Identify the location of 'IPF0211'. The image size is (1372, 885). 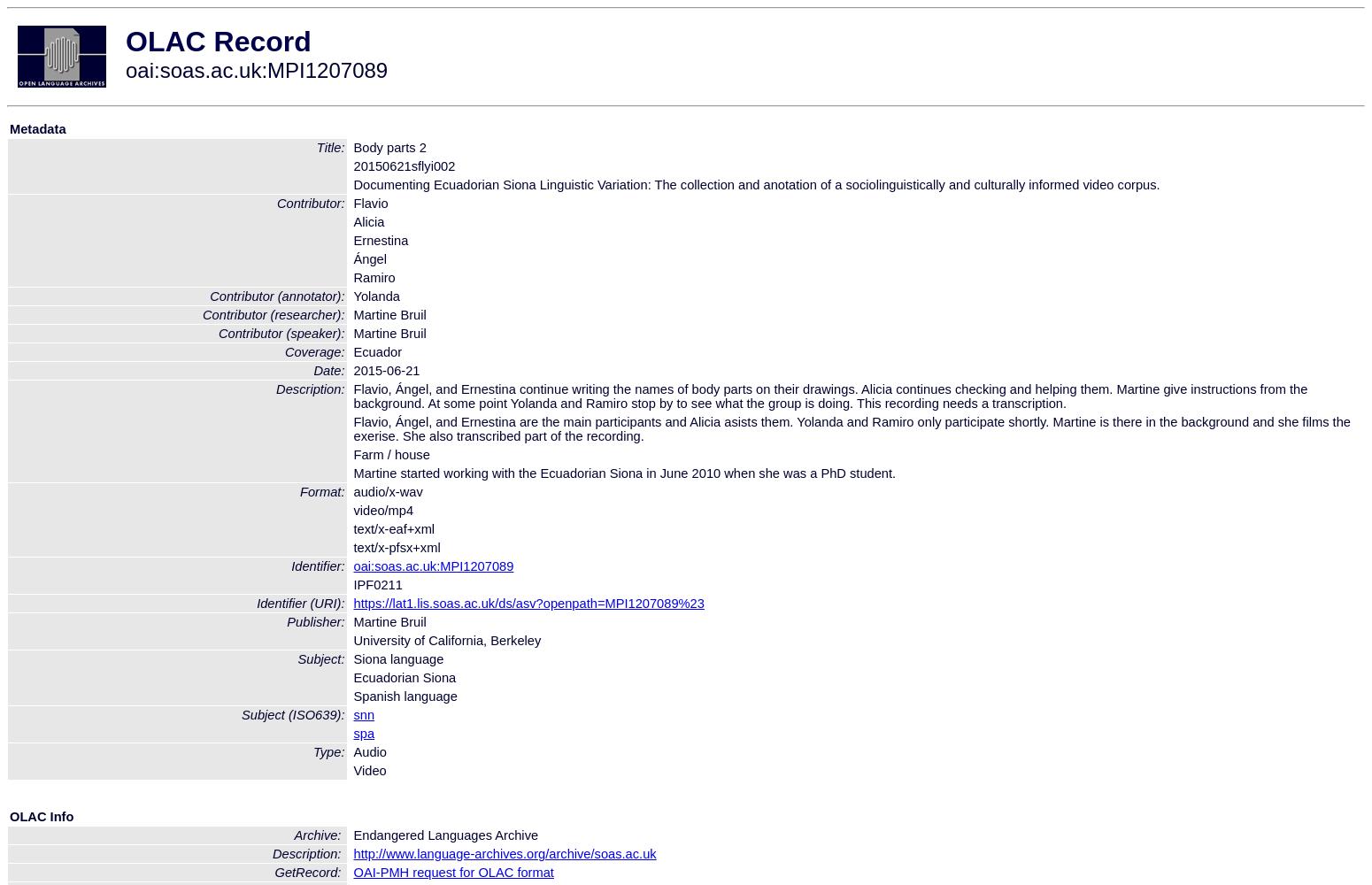
(377, 585).